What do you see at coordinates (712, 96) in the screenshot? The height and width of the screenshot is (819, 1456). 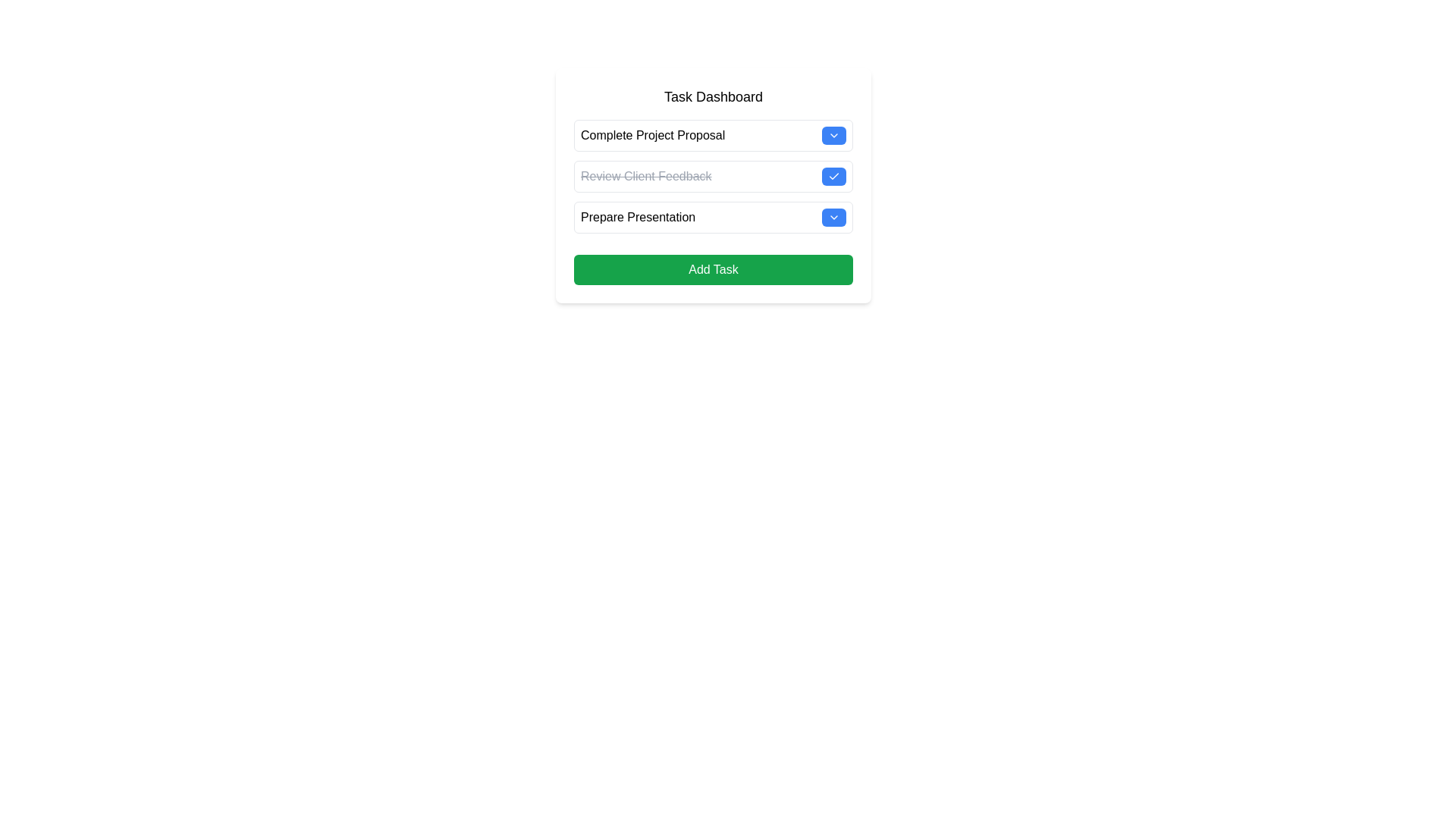 I see `the 'Task Dashboard' text label, which is a bold header at the top center of a white rounded card UI containing task information` at bounding box center [712, 96].